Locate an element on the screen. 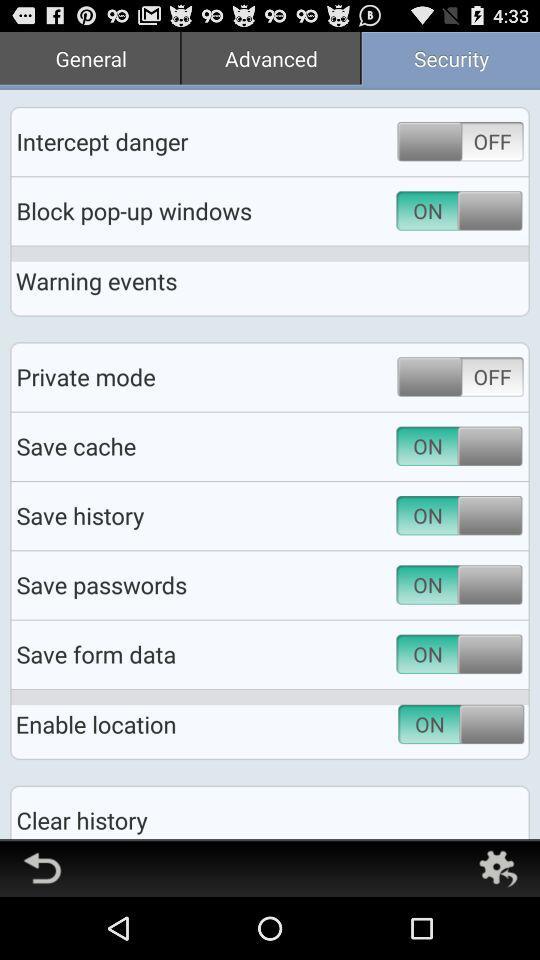  previous button is located at coordinates (42, 867).